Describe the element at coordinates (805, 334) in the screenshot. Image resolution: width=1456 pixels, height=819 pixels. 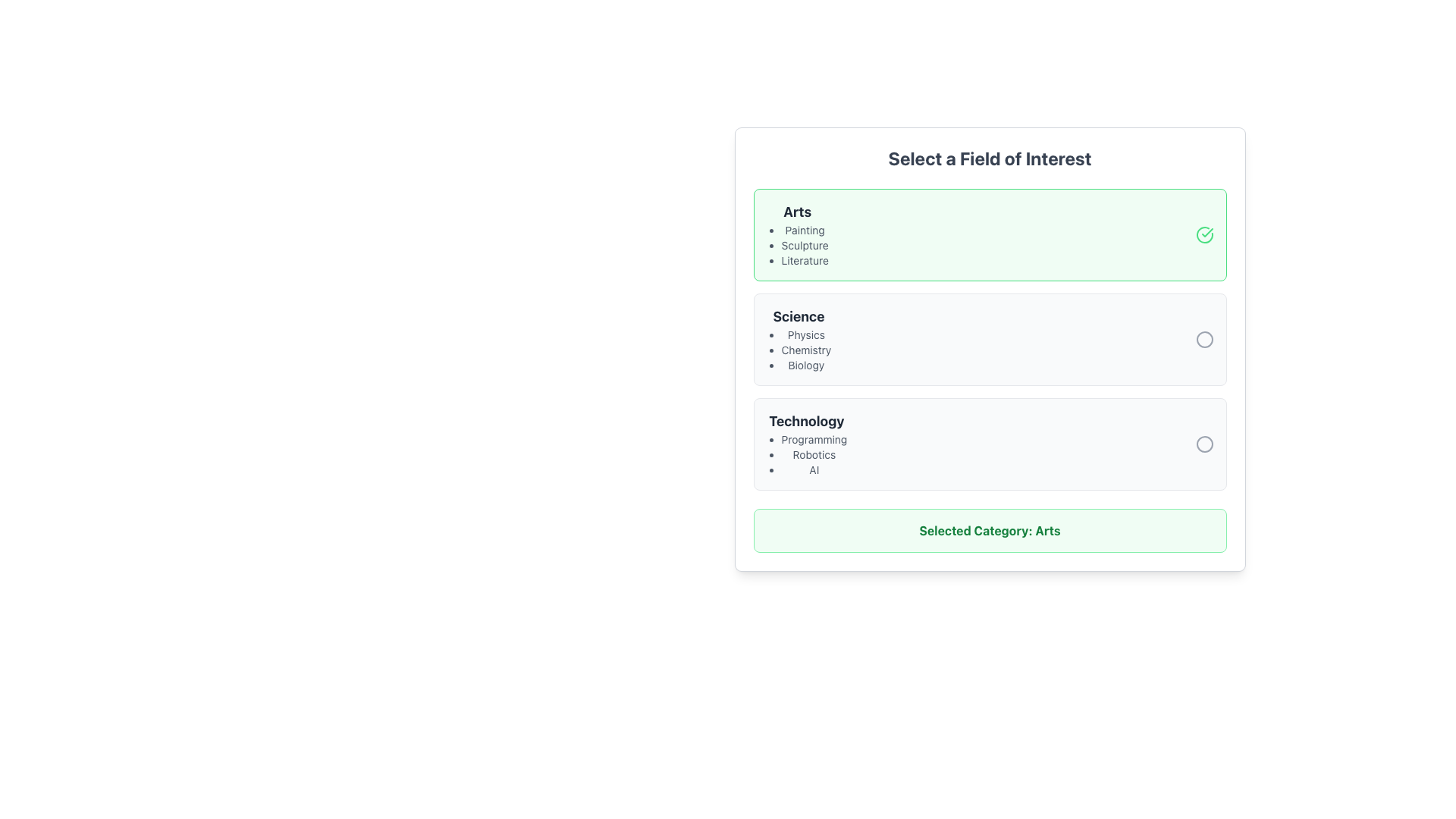
I see `the first bullet point labeled 'Physics' in the 'Science' section of the list` at that location.